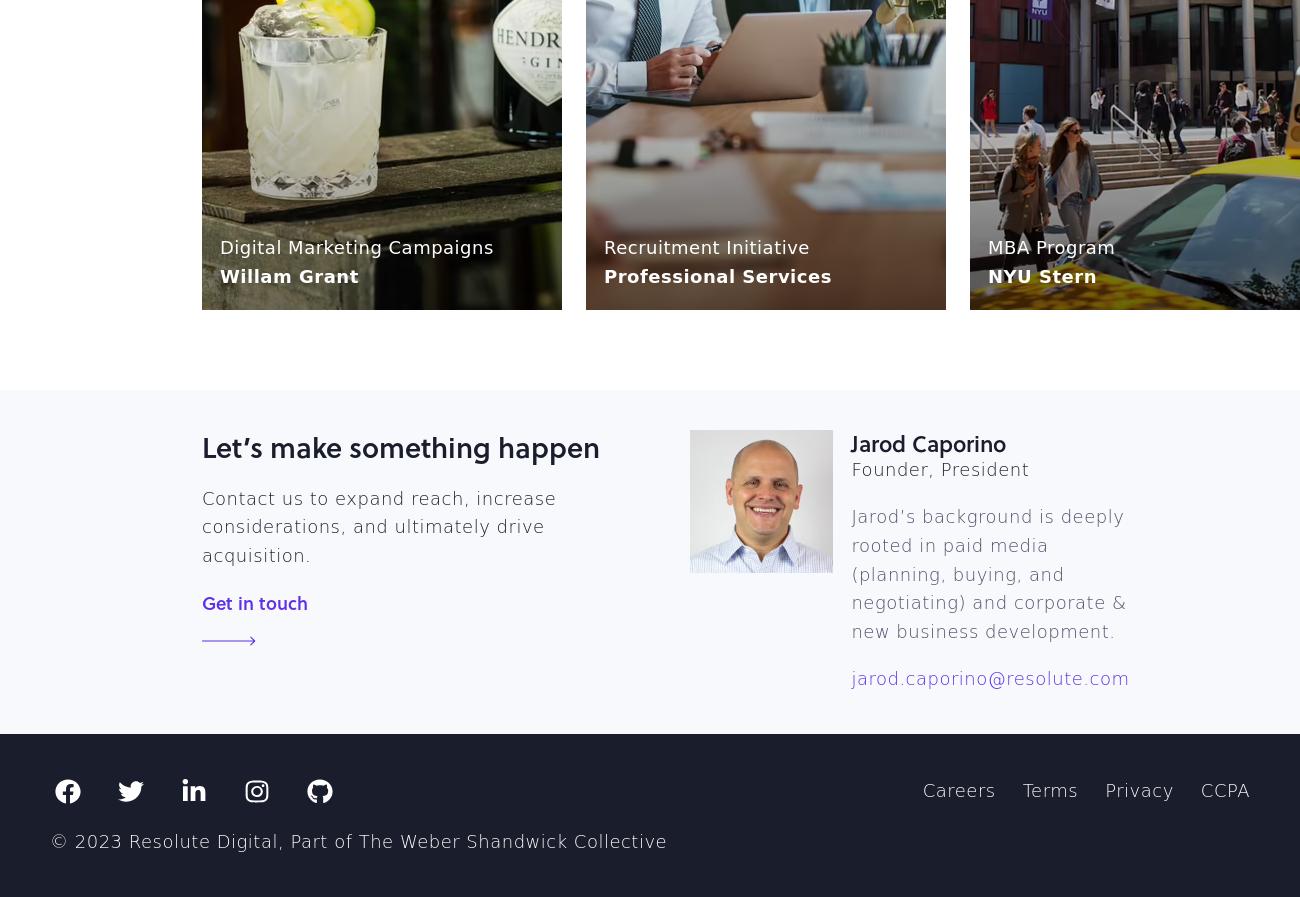 The height and width of the screenshot is (897, 1300). I want to click on 'CCPA', so click(1223, 790).